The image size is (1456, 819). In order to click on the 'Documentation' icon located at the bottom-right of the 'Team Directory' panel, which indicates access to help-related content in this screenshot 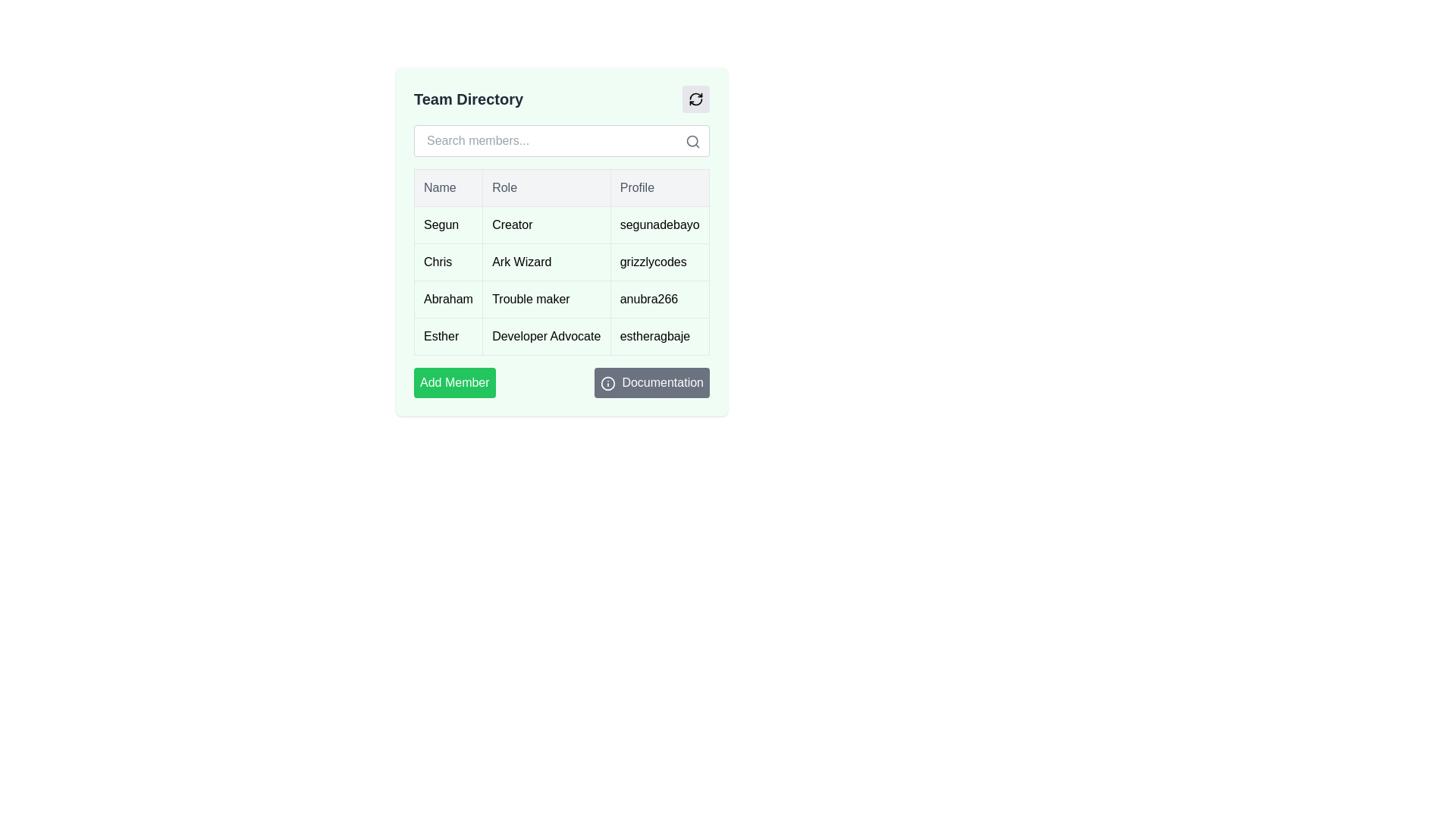, I will do `click(608, 382)`.